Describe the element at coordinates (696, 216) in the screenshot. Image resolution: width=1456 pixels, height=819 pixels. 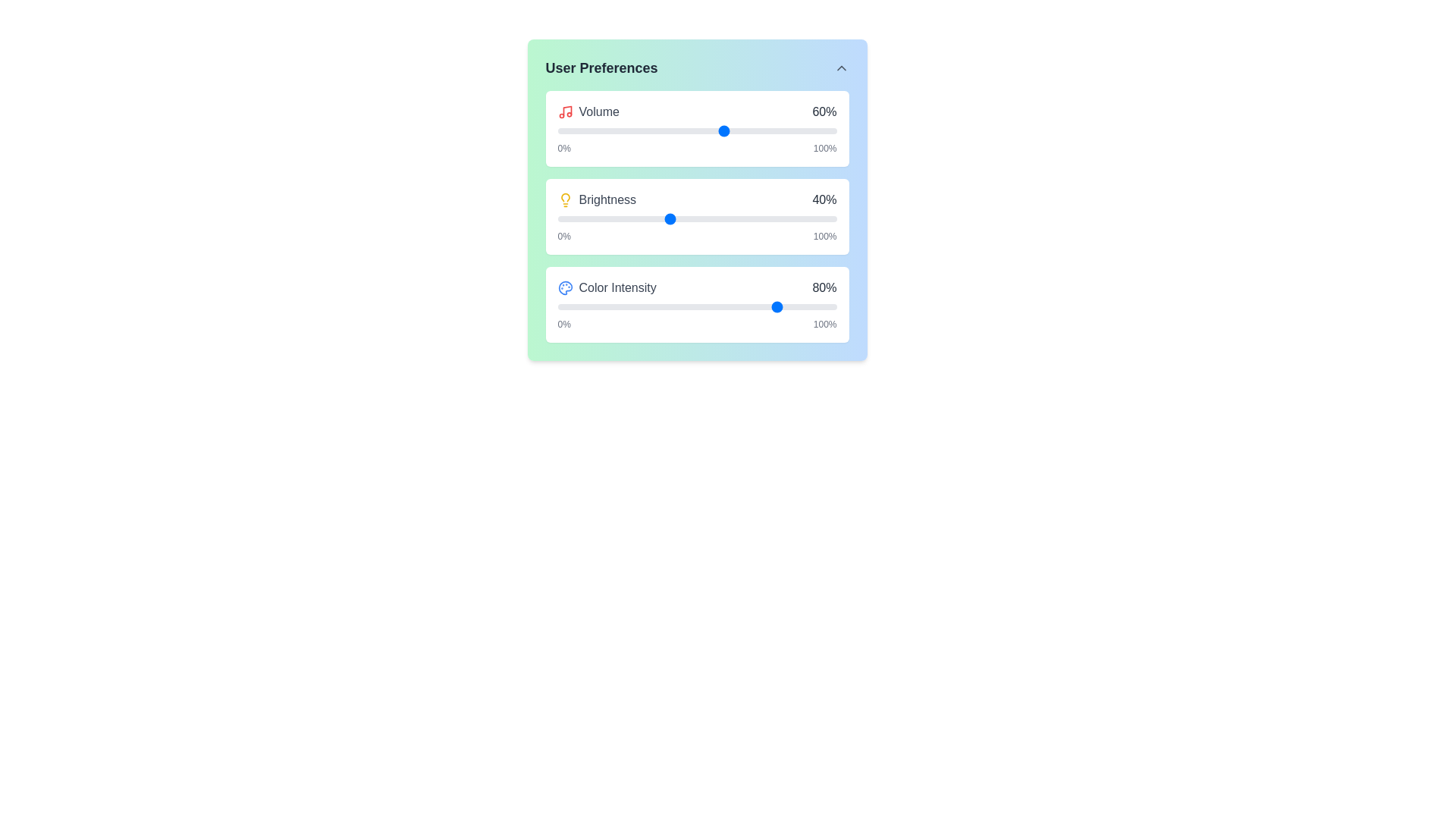
I see `the slider in the 'Brightness' section` at that location.